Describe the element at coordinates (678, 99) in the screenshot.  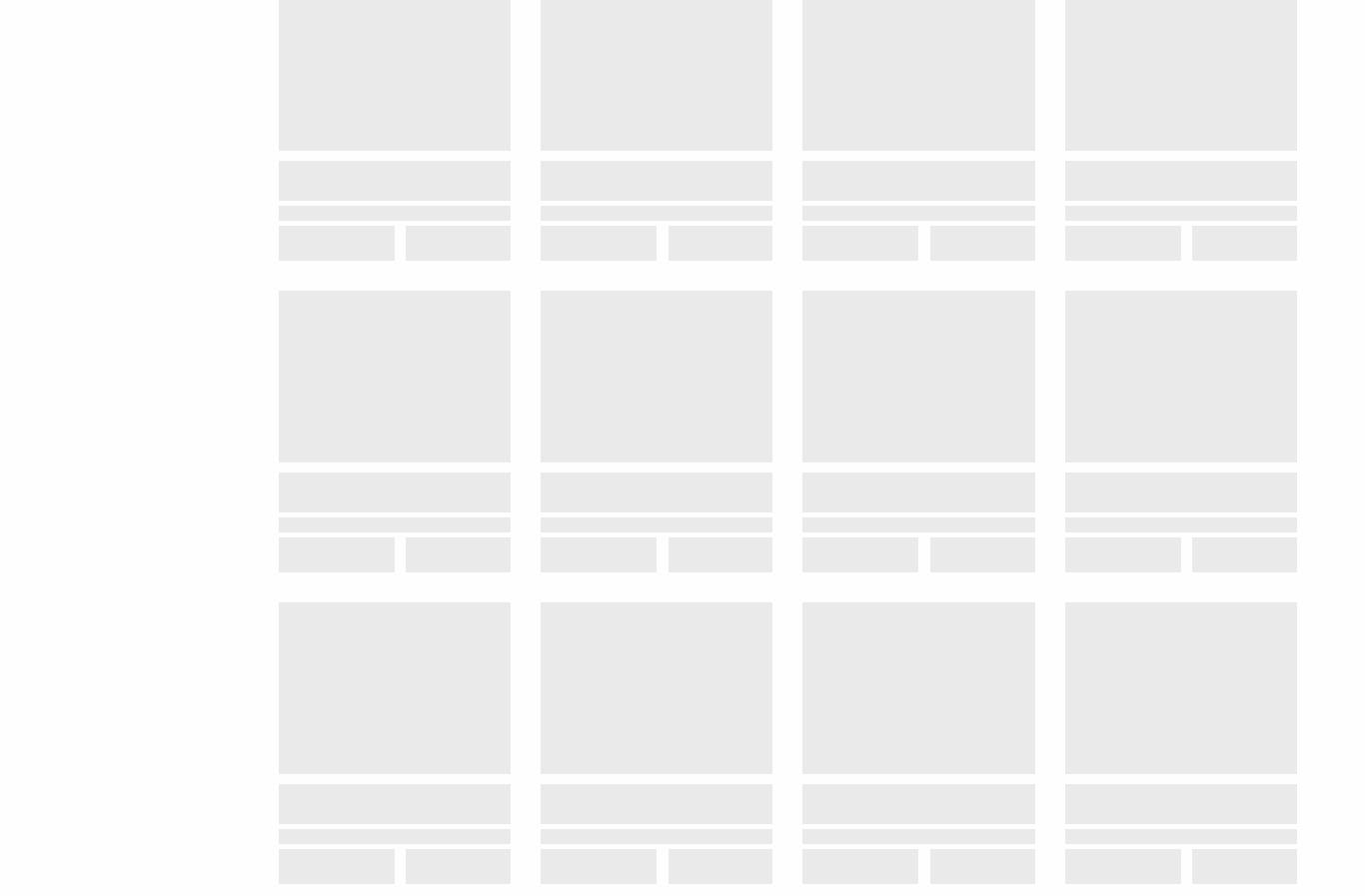
I see `'Email Support'` at that location.